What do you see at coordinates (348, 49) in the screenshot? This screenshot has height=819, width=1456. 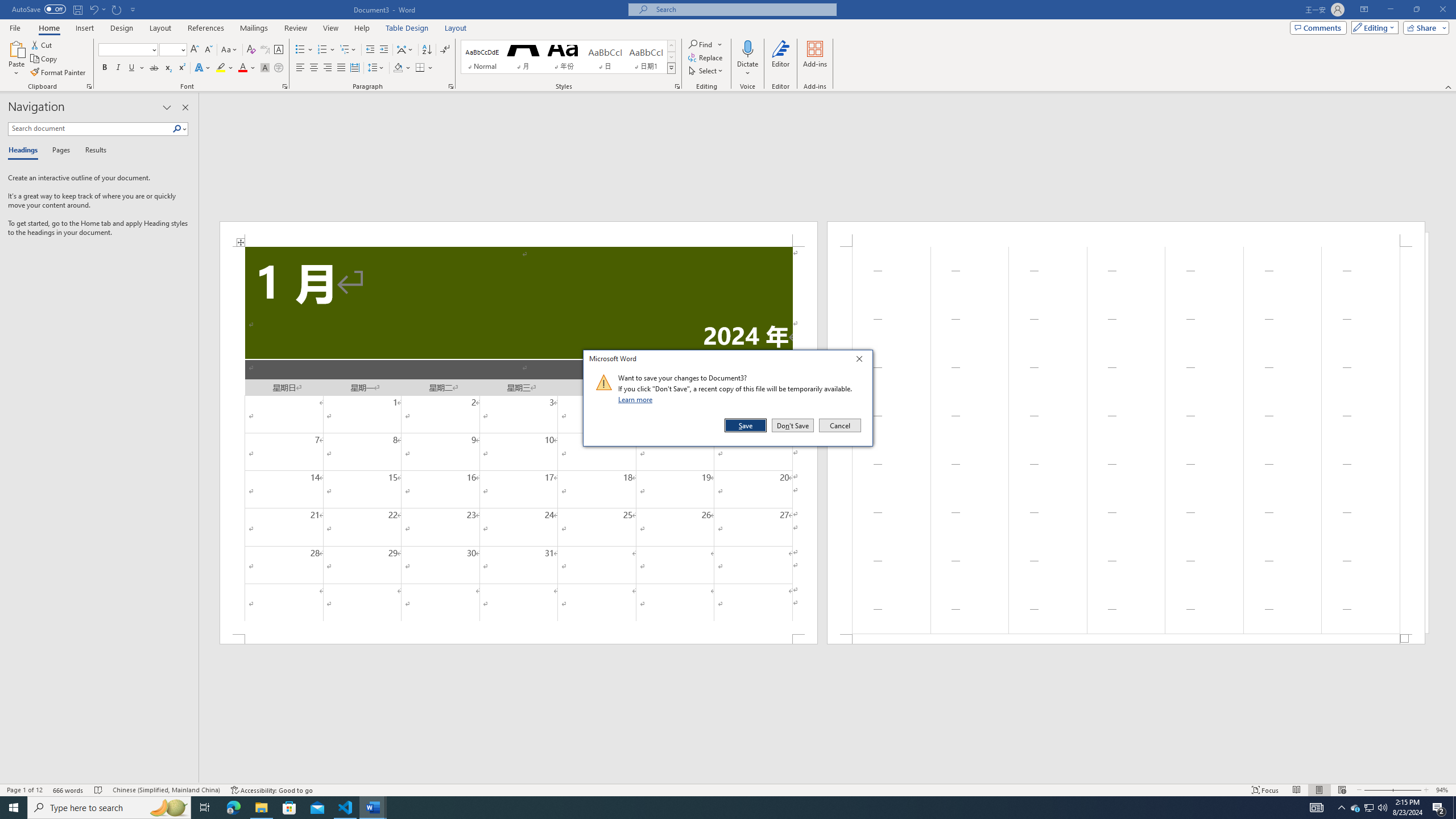 I see `'Multilevel List'` at bounding box center [348, 49].